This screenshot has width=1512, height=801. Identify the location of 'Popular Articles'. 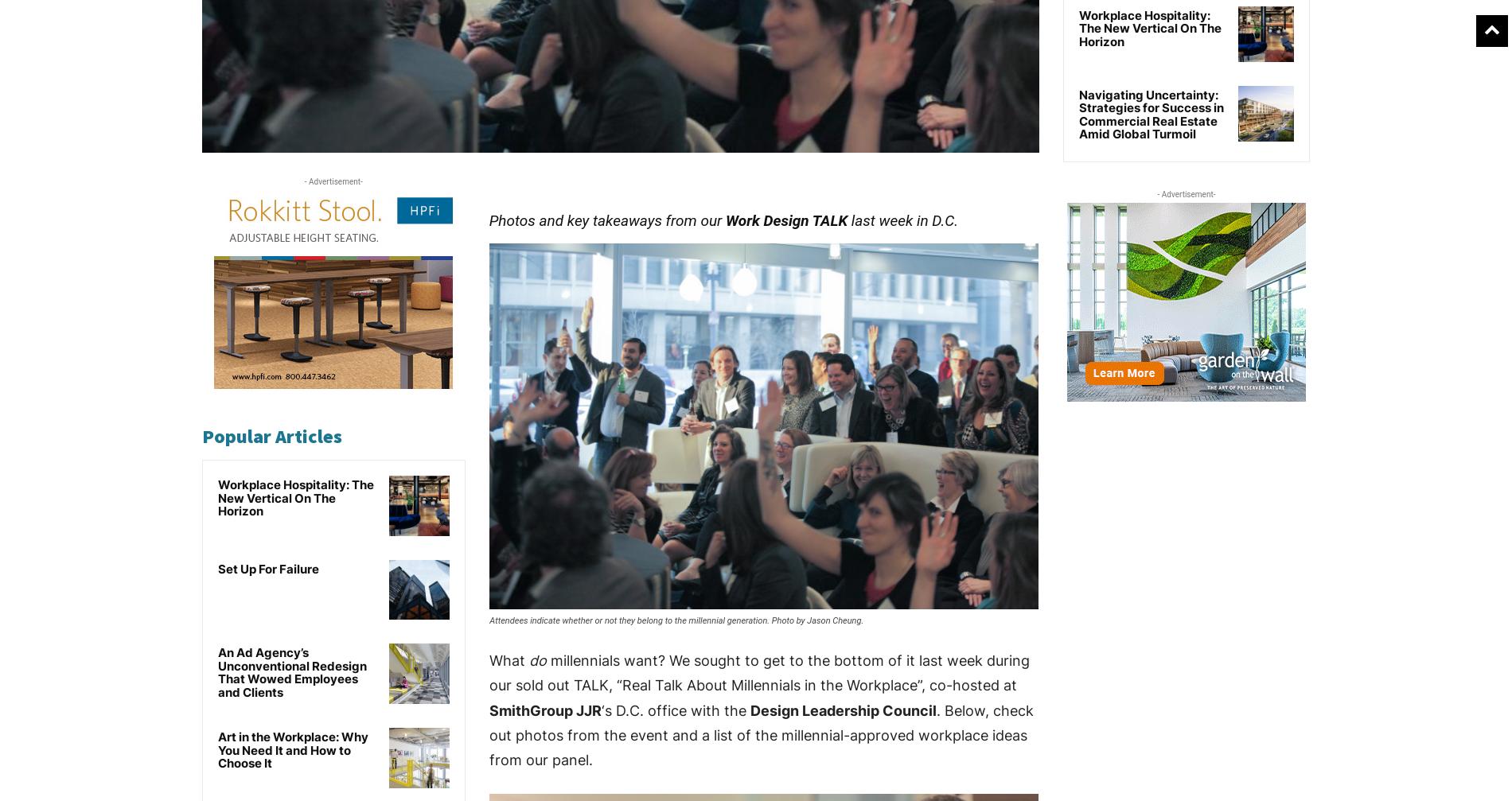
(271, 435).